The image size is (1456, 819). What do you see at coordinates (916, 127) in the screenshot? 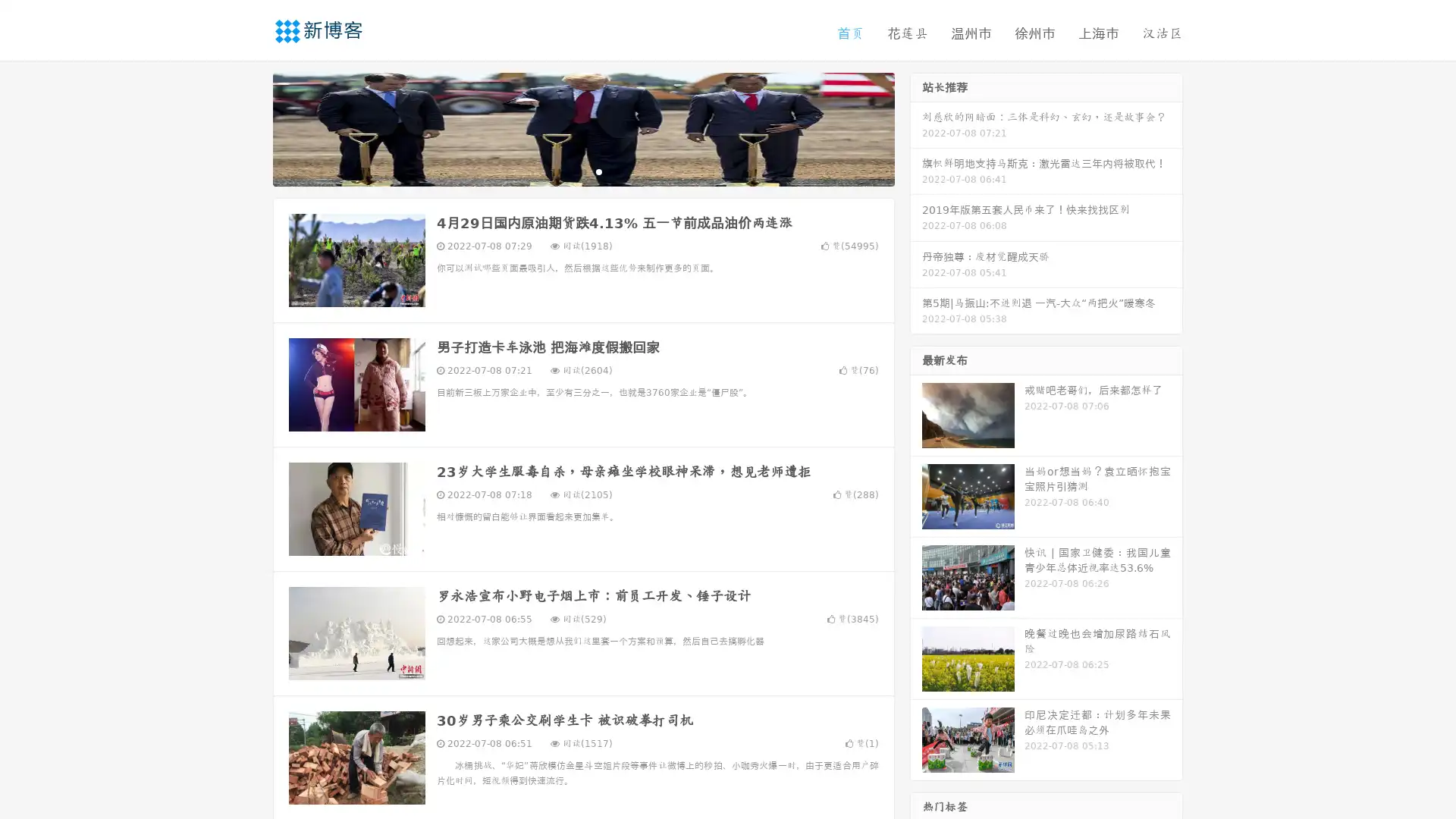
I see `Next slide` at bounding box center [916, 127].